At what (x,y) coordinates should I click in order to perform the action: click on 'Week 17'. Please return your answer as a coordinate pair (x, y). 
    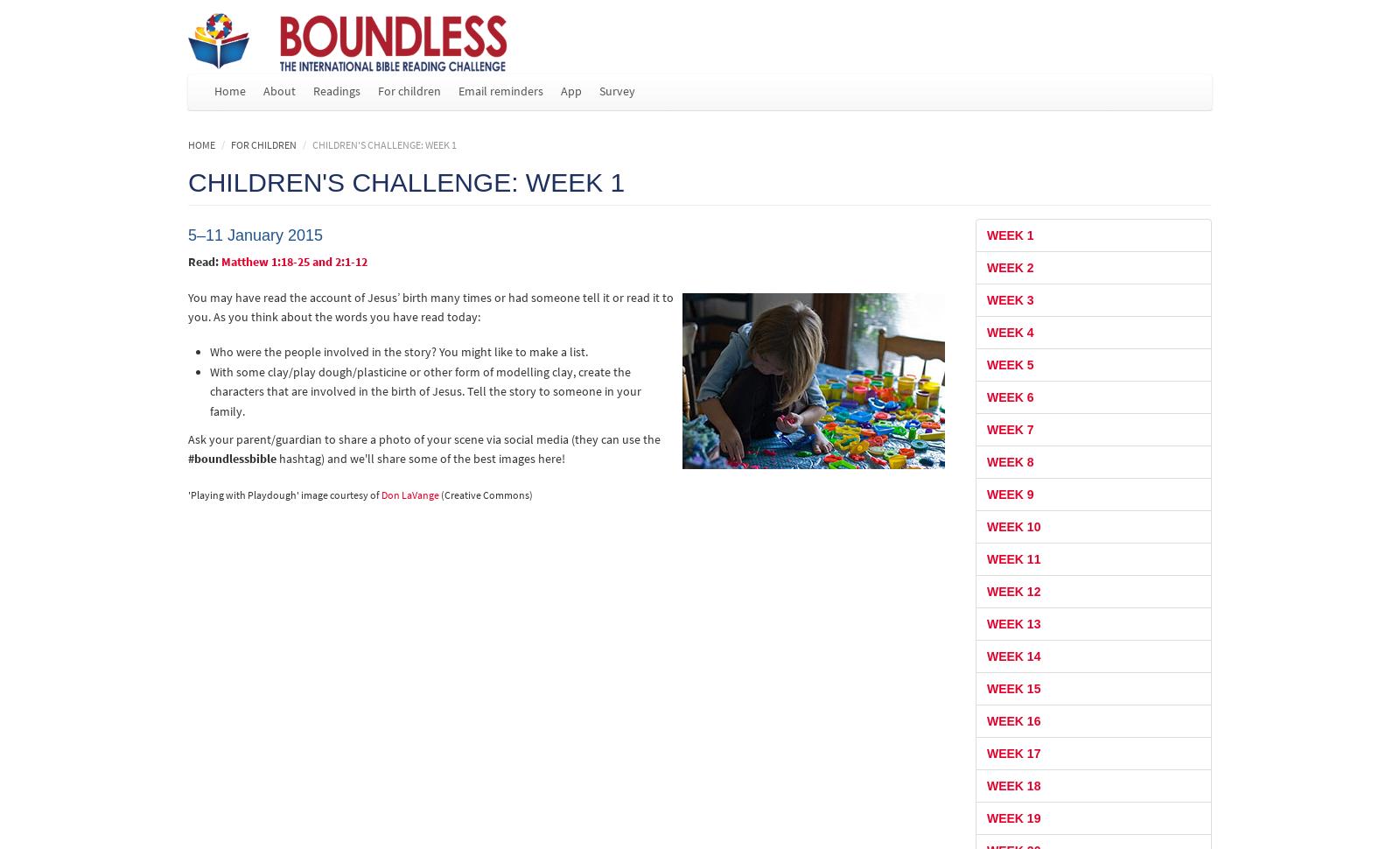
    Looking at the image, I should click on (1013, 752).